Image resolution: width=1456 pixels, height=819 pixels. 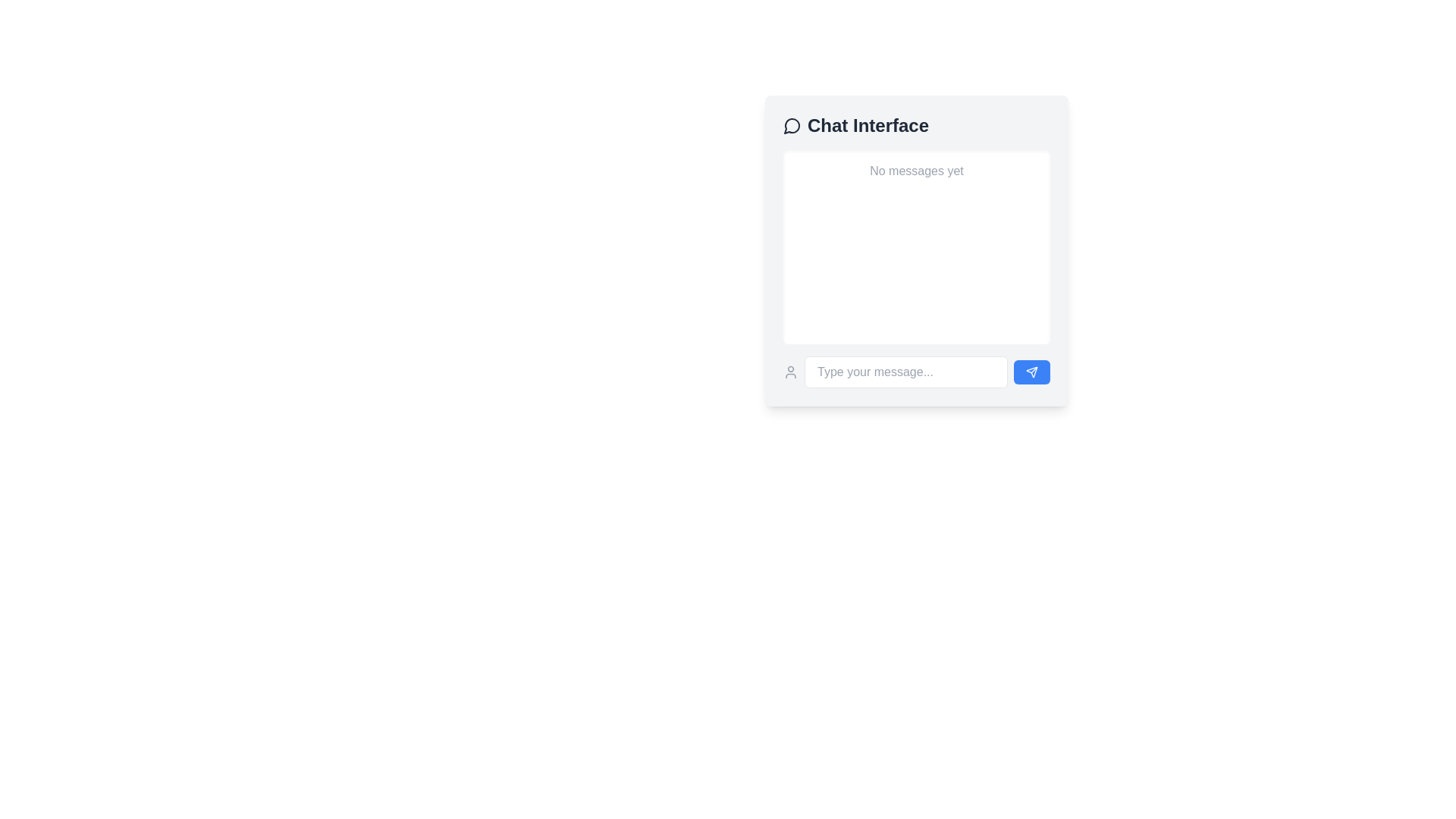 I want to click on the submit button located at the bottom-right corner of the chat interface, so click(x=1031, y=372).